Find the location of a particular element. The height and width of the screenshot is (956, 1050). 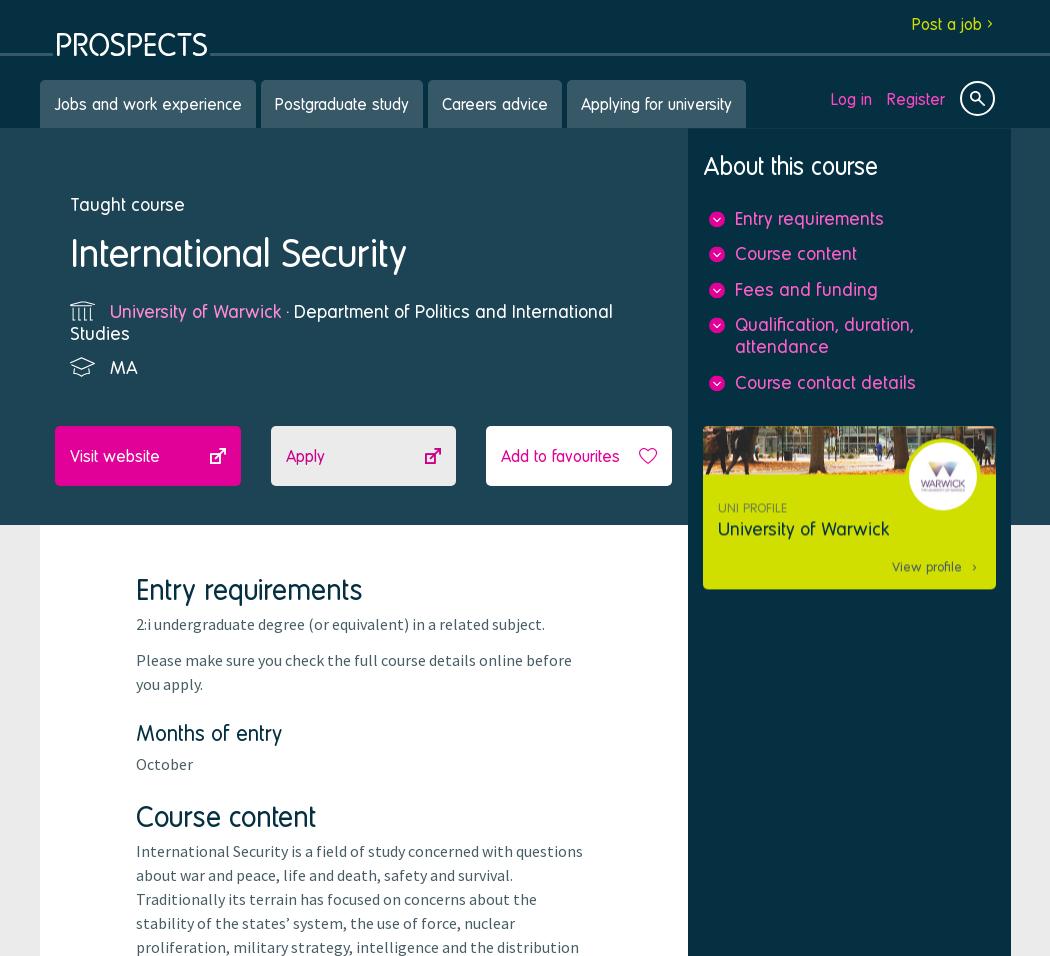

'Log in' is located at coordinates (851, 96).